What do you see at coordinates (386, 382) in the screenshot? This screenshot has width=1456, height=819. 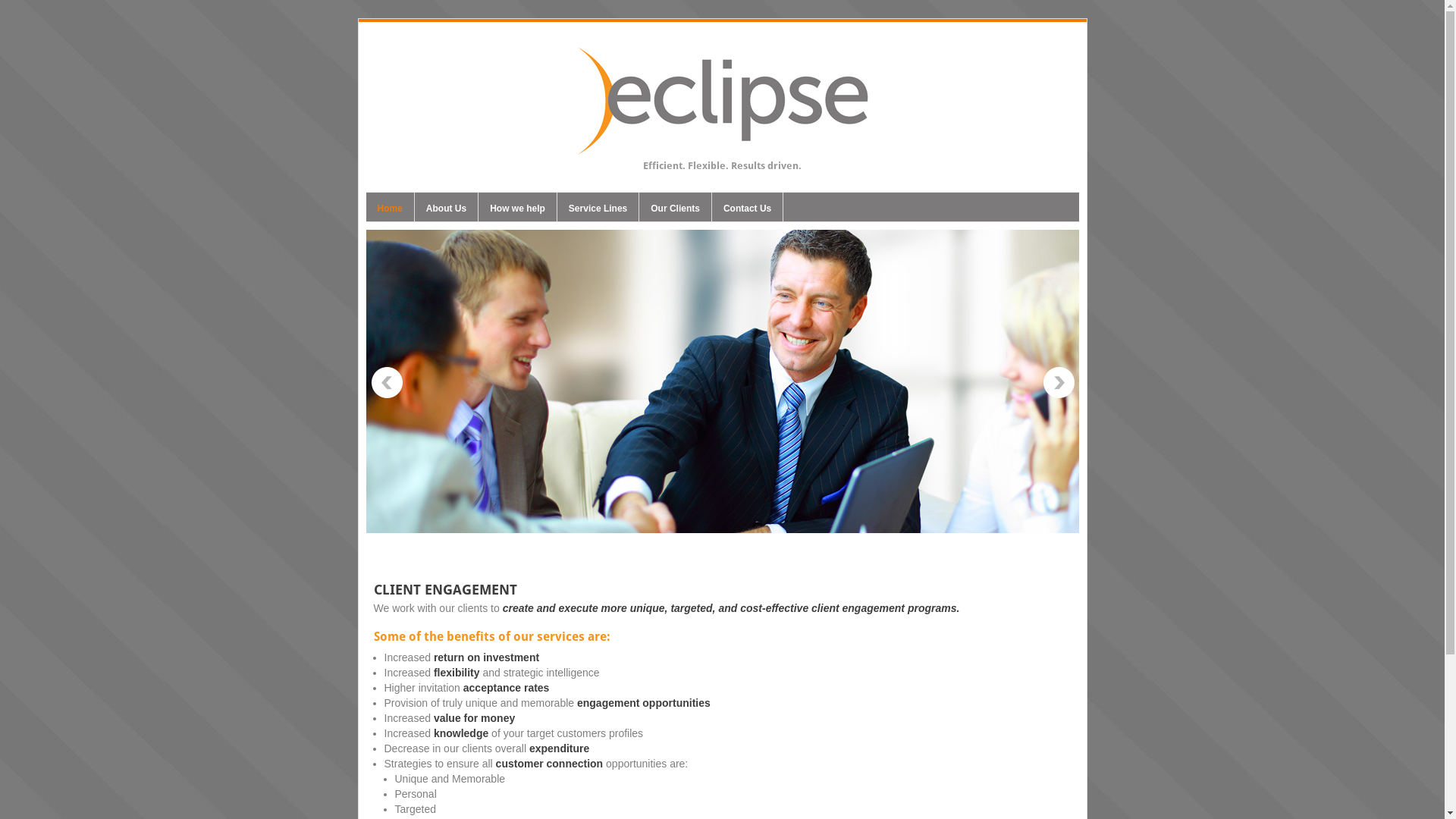 I see `'Previous'` at bounding box center [386, 382].